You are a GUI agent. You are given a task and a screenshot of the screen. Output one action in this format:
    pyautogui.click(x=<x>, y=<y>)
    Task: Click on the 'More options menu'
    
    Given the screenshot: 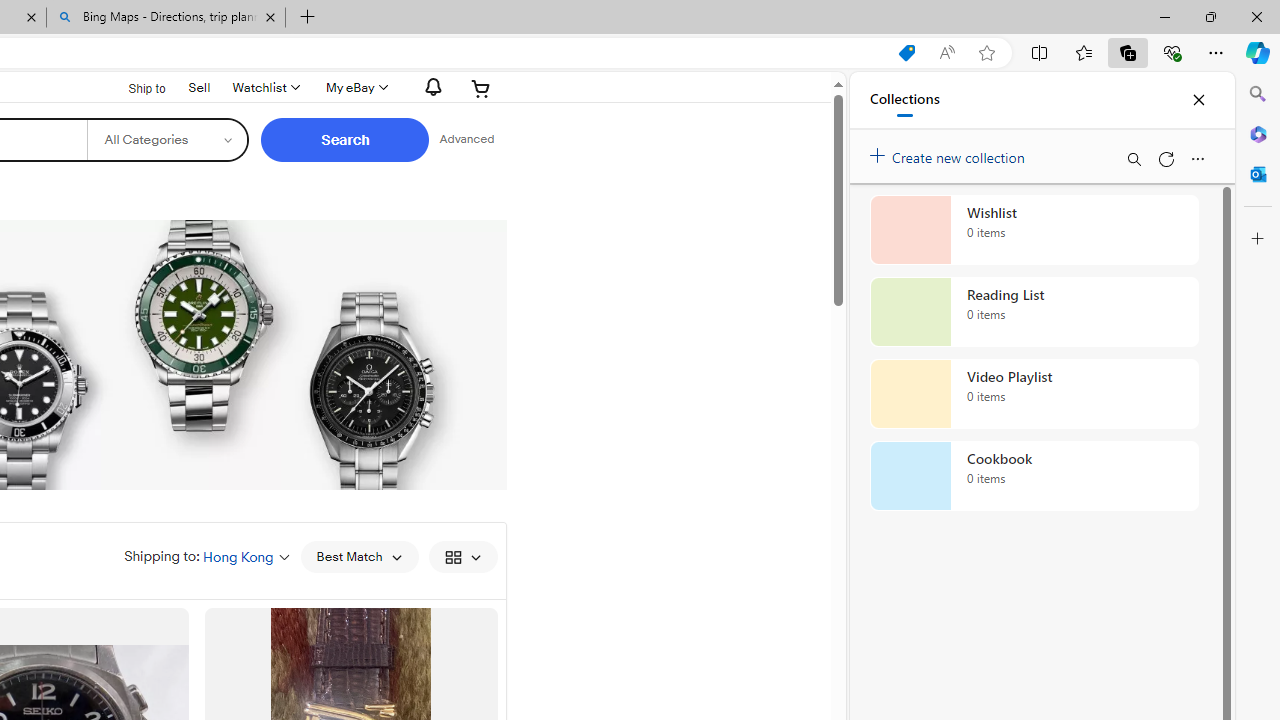 What is the action you would take?
    pyautogui.click(x=1197, y=158)
    